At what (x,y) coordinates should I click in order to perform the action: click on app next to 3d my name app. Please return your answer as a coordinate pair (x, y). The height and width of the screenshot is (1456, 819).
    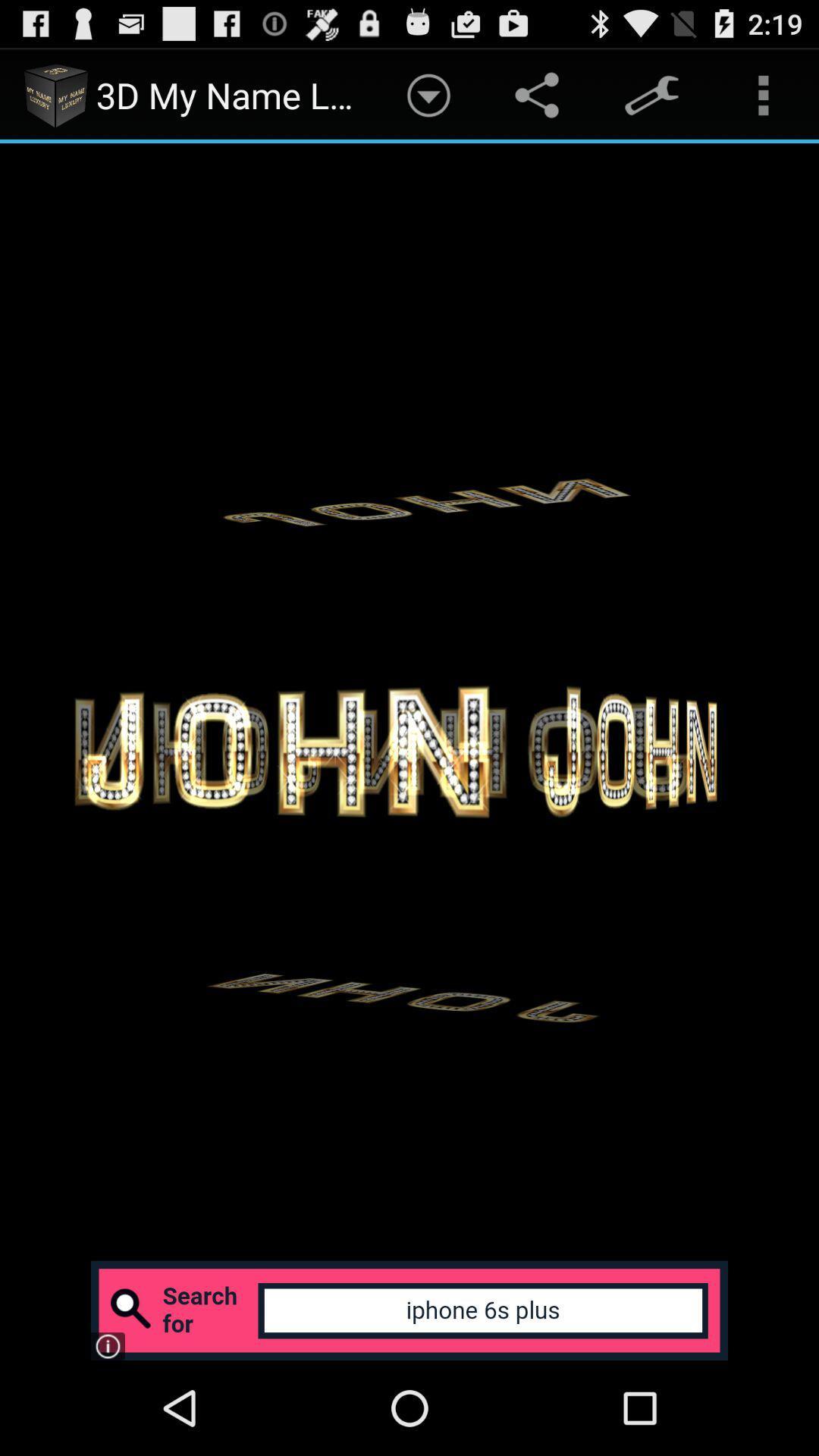
    Looking at the image, I should click on (428, 94).